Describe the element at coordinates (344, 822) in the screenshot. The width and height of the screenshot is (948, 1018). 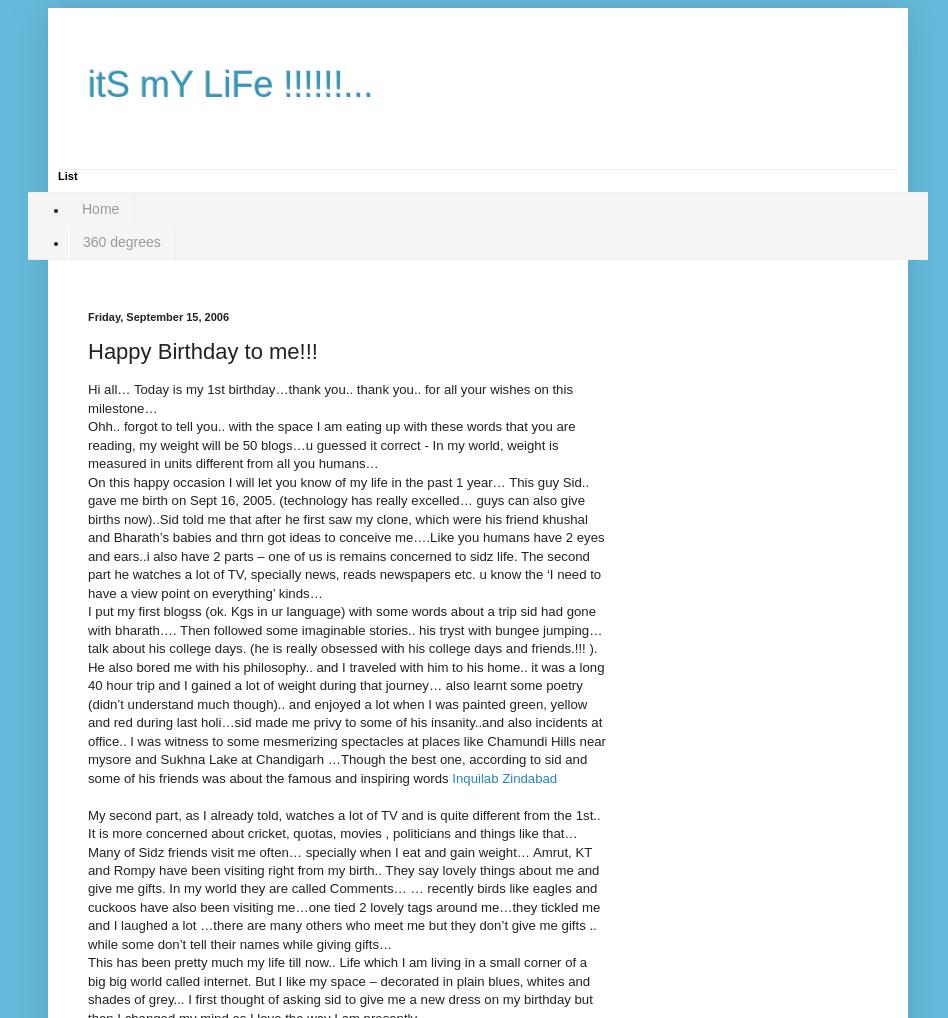
I see `'My second part, as I already told, watches a lot of TV and is quite different from the 1st.. It is more concerned about cricket, quotas, movies , politicians and things like that…'` at that location.